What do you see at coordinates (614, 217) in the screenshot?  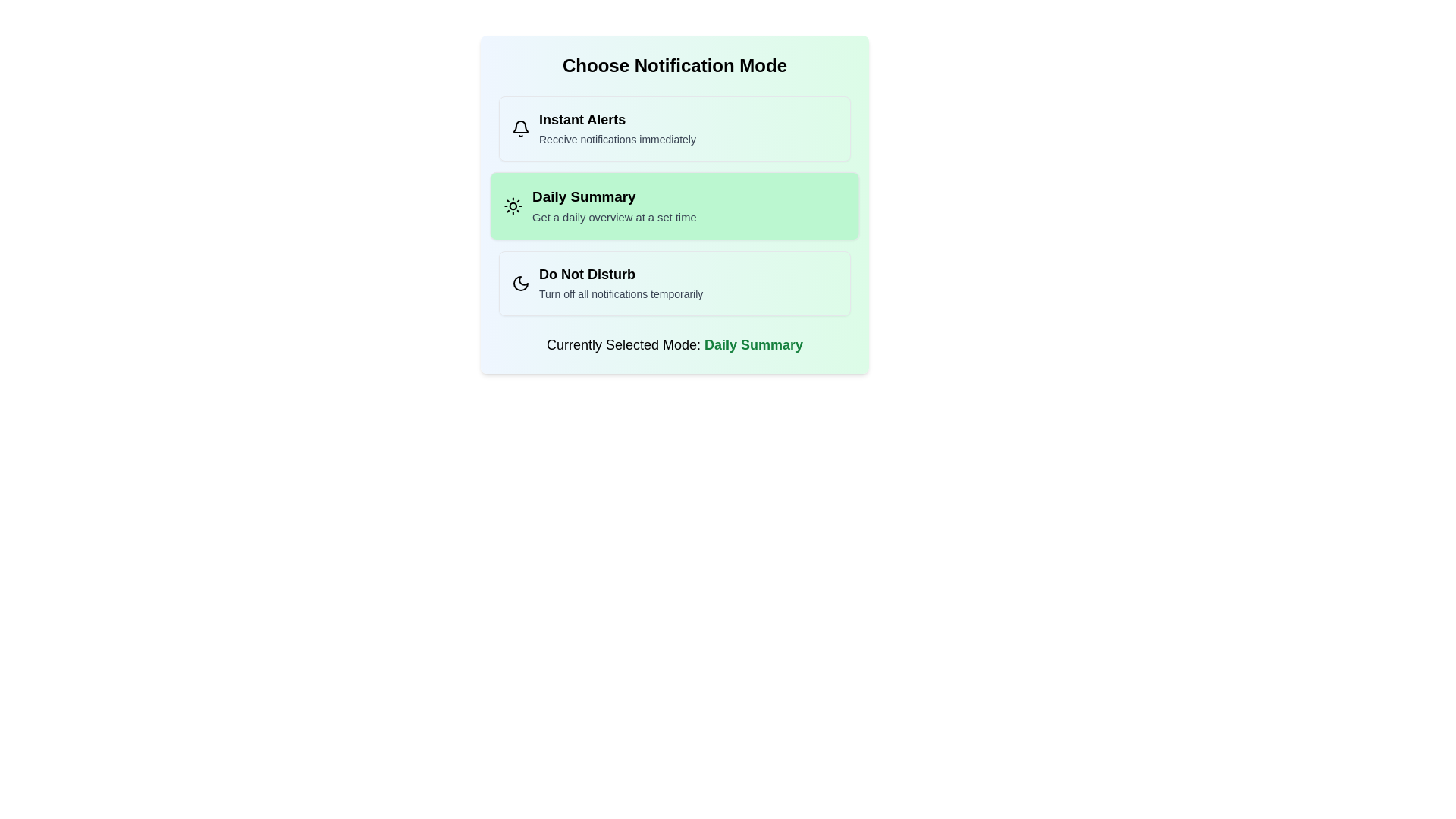 I see `the text label displaying 'Get a daily overview at a set time', which is located centrally beneath 'Daily Summary' within a highlighted green box` at bounding box center [614, 217].